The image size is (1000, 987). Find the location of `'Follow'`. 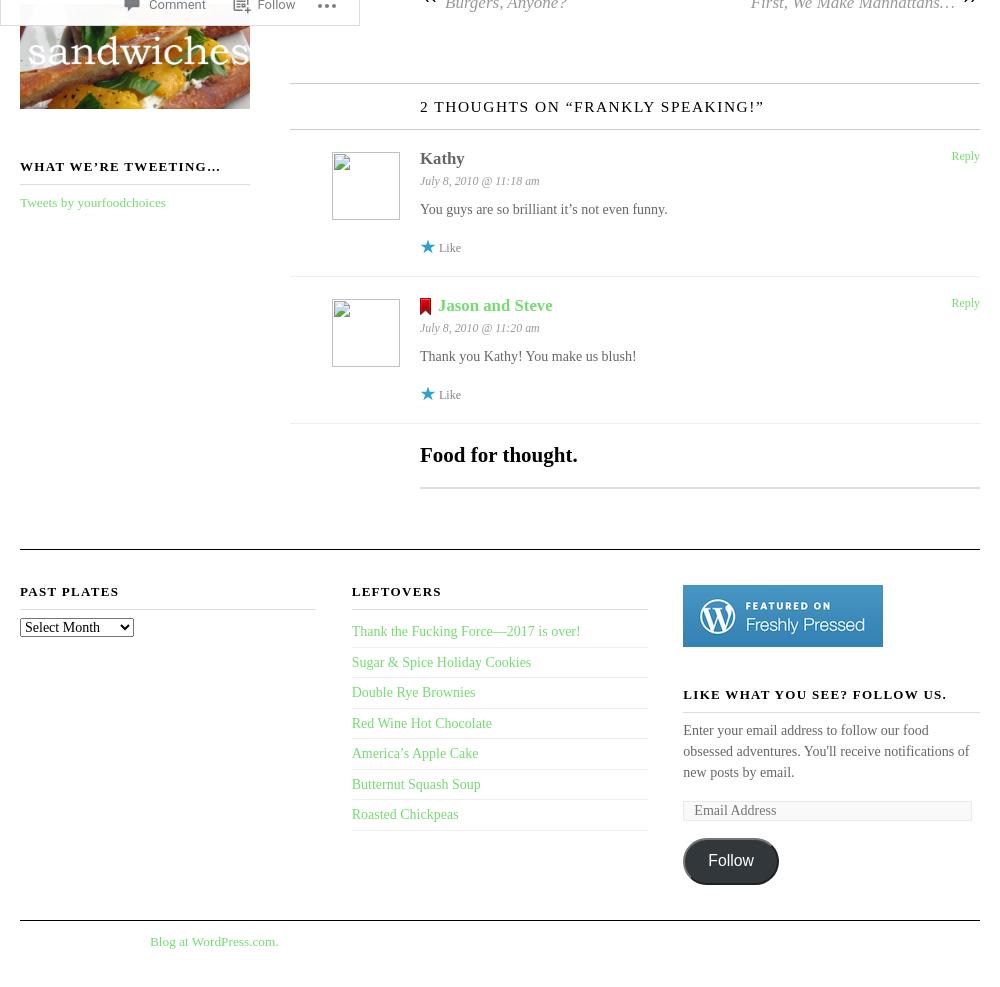

'Follow' is located at coordinates (729, 859).